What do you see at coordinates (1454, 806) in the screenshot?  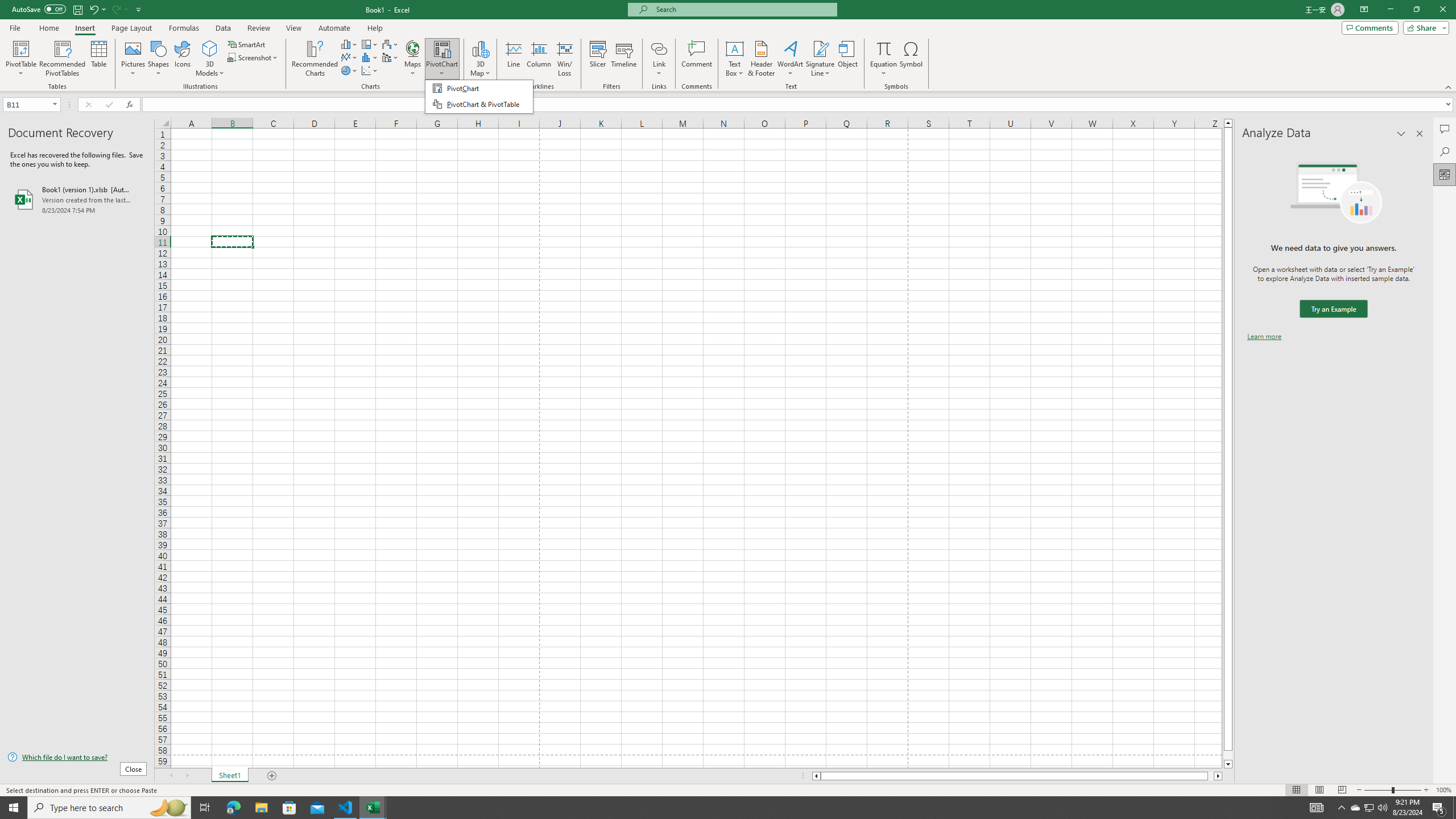 I see `'Show desktop'` at bounding box center [1454, 806].